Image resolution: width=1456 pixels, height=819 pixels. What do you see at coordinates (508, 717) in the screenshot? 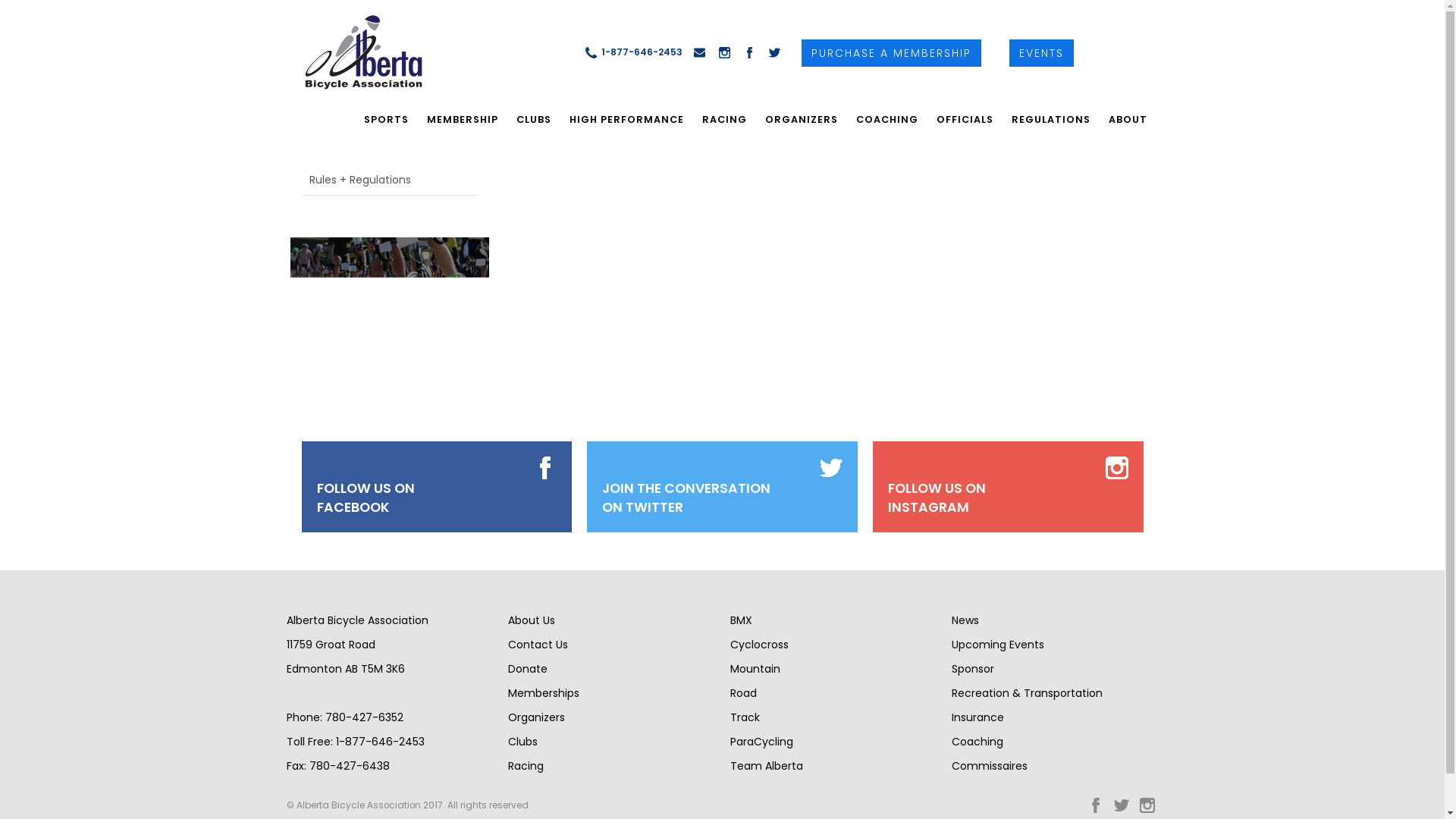
I see `'Organizers'` at bounding box center [508, 717].